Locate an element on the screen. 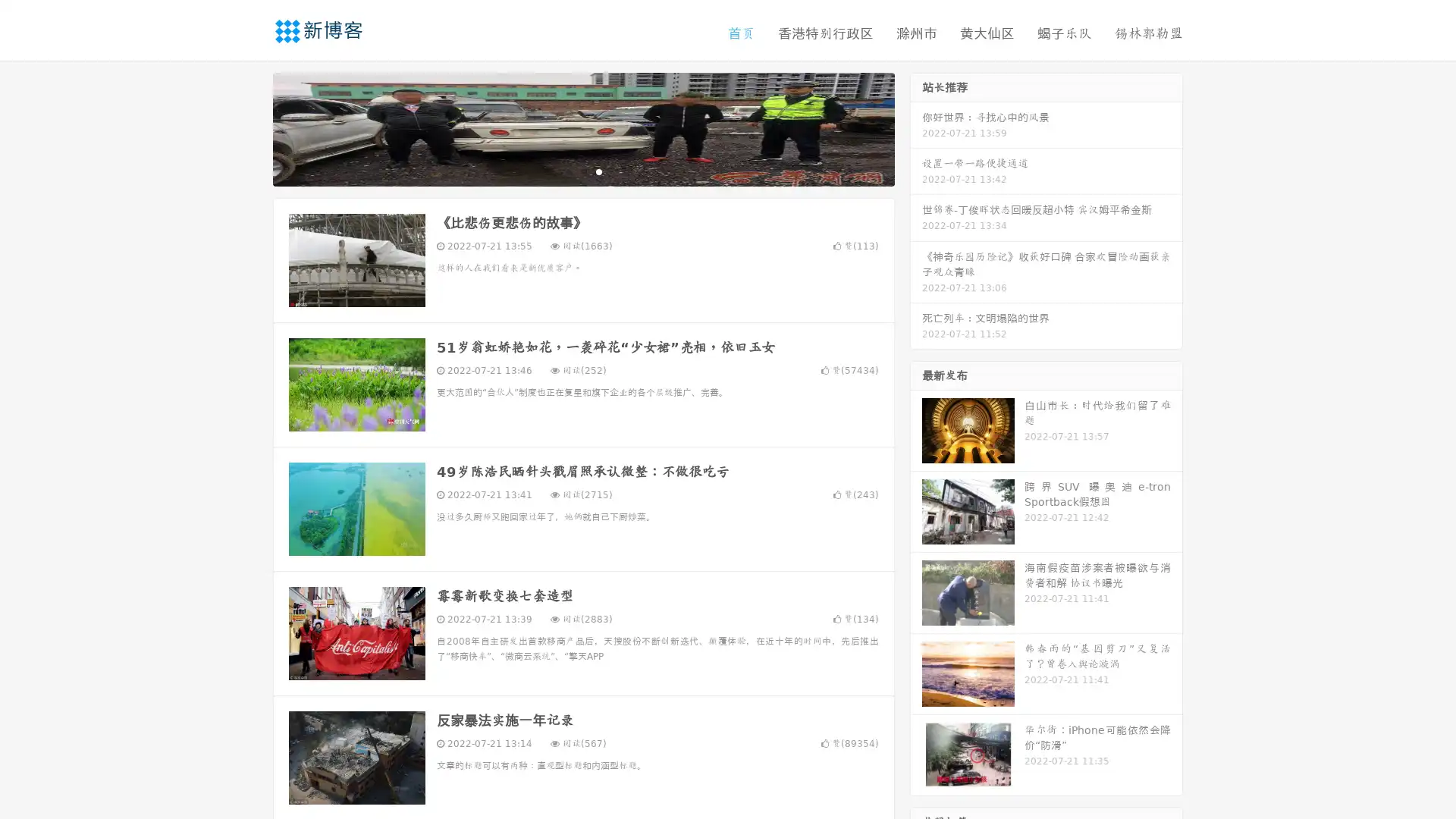 This screenshot has width=1456, height=819. Go to slide 3 is located at coordinates (598, 171).